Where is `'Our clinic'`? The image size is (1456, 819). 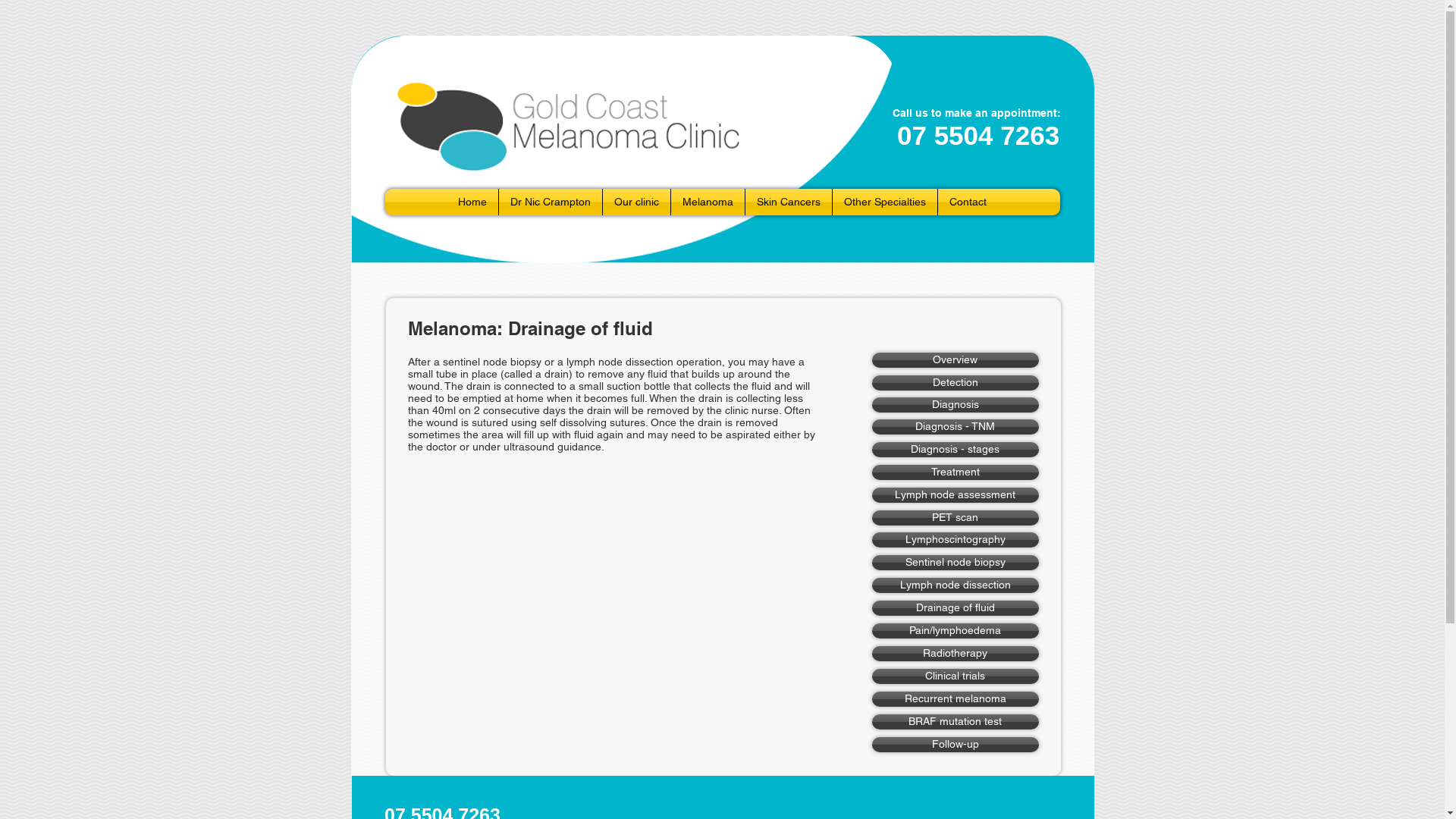 'Our clinic' is located at coordinates (602, 201).